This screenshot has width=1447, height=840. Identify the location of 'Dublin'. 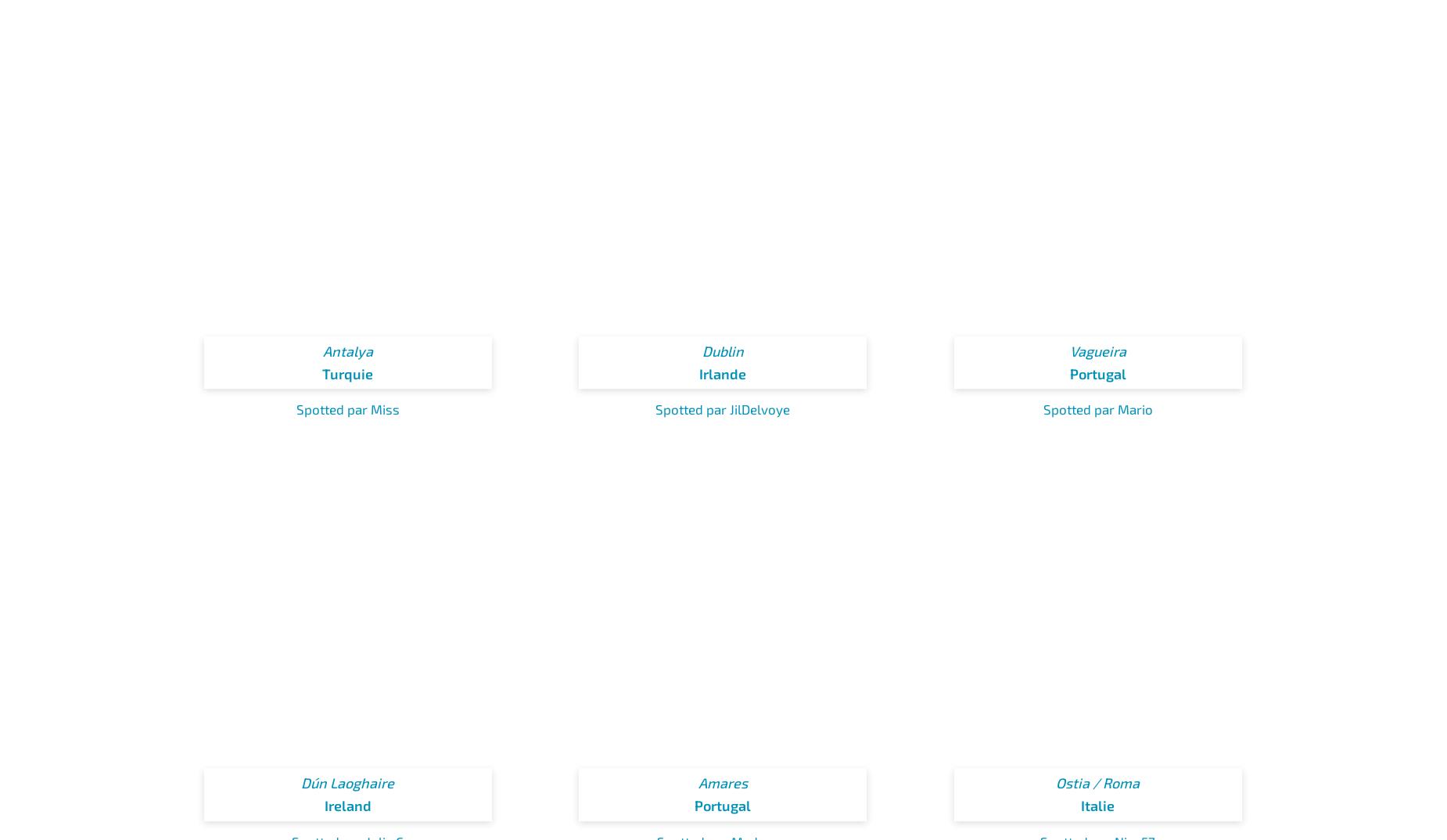
(722, 350).